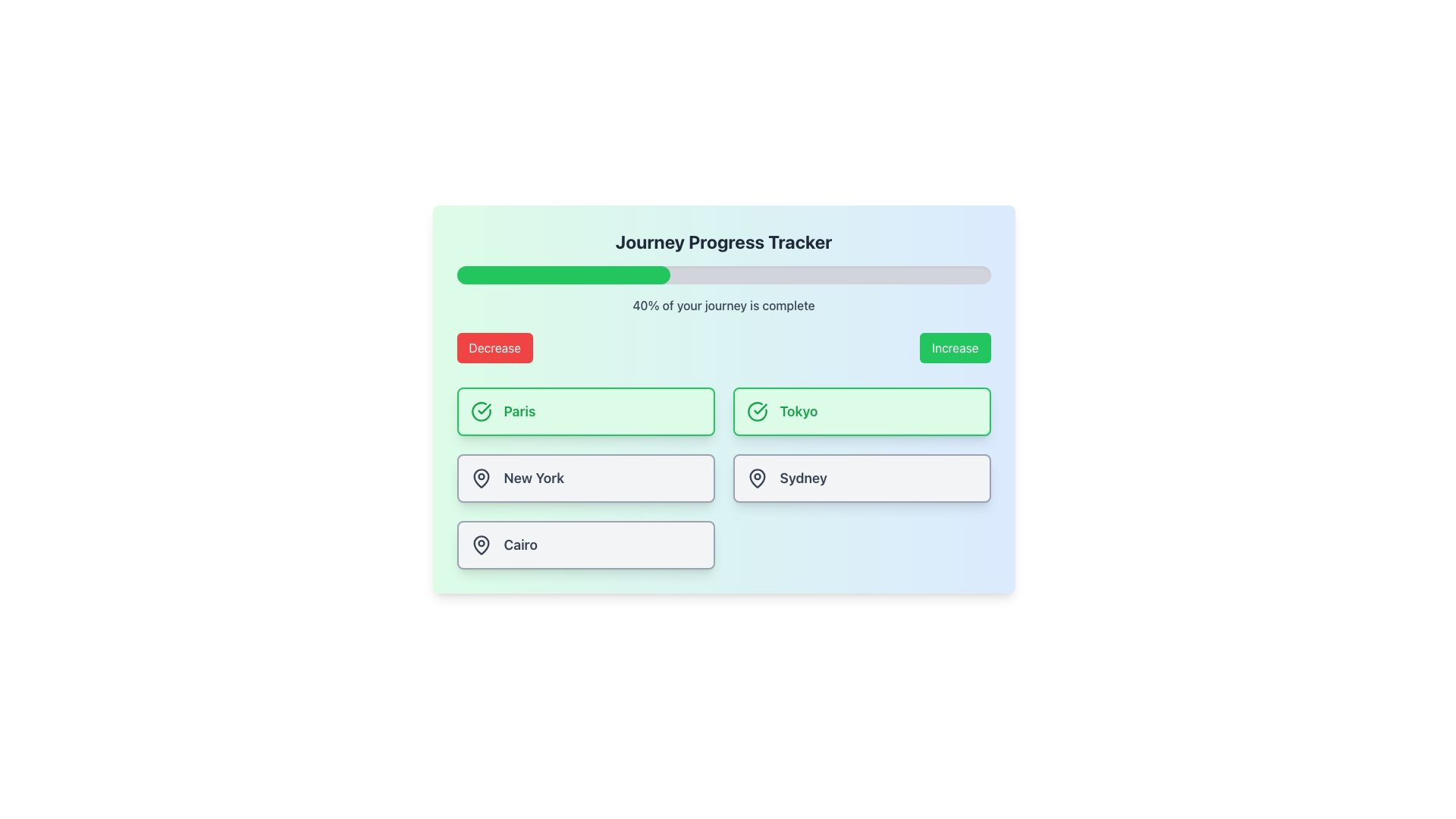 The width and height of the screenshot is (1456, 819). Describe the element at coordinates (585, 479) in the screenshot. I see `the card representing a city located` at that location.